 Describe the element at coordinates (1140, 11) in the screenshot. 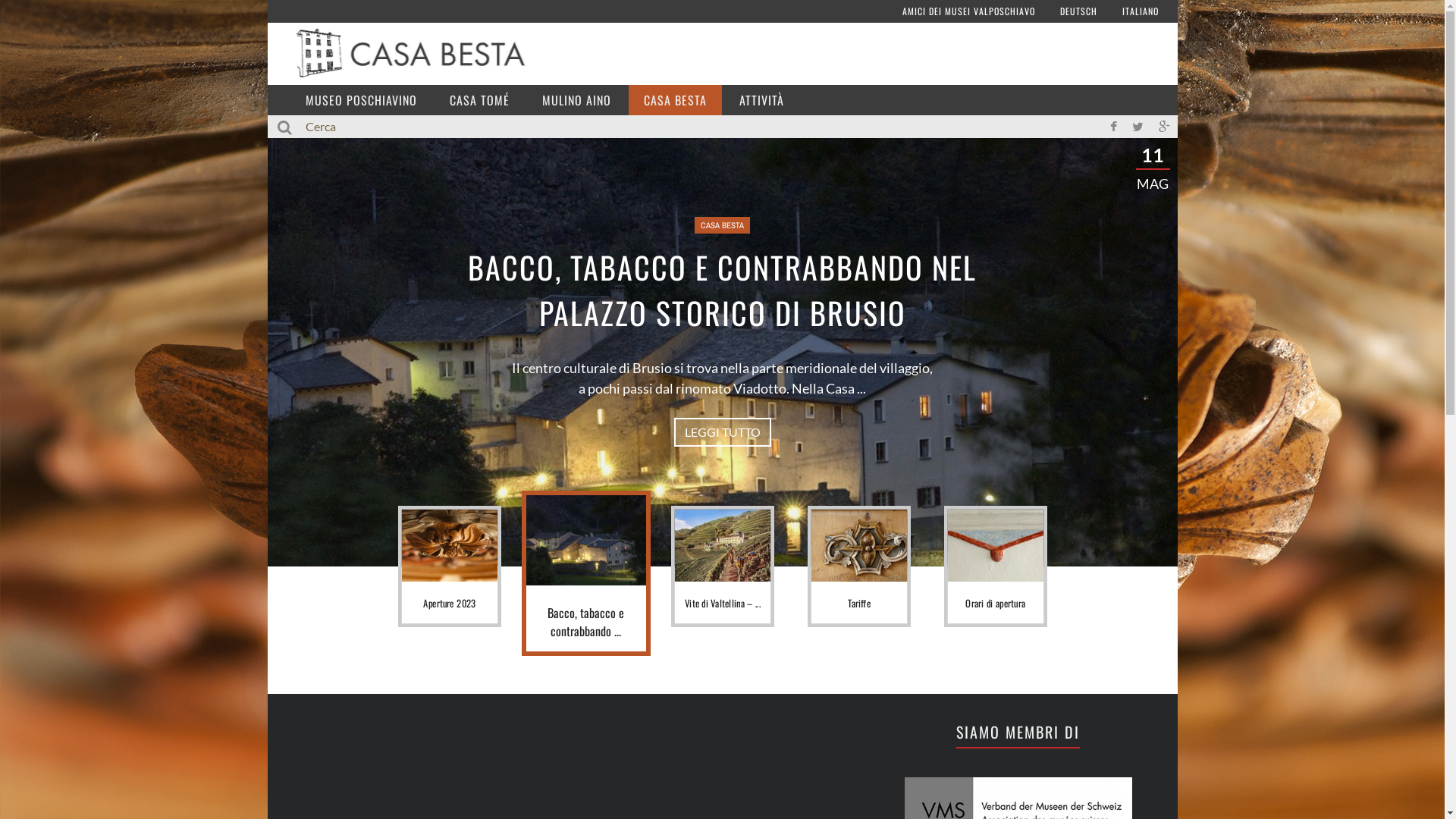

I see `'ITALIANO'` at that location.